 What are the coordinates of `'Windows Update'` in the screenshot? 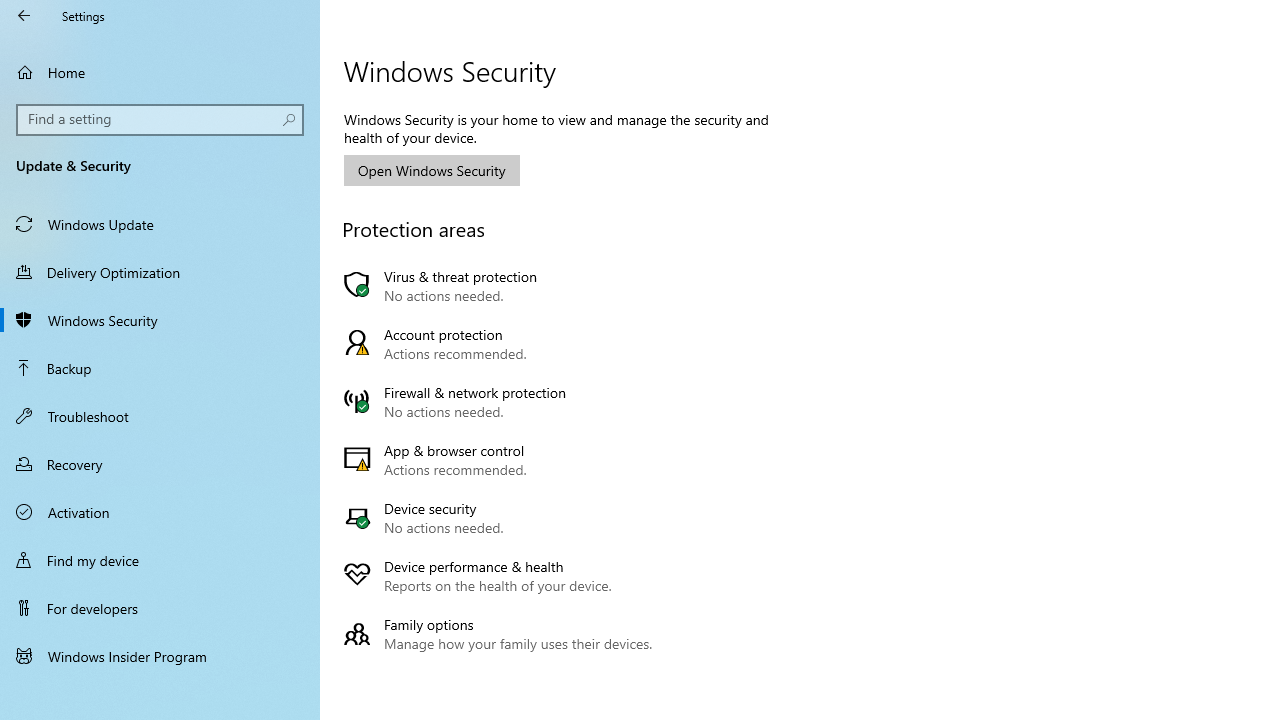 It's located at (160, 223).